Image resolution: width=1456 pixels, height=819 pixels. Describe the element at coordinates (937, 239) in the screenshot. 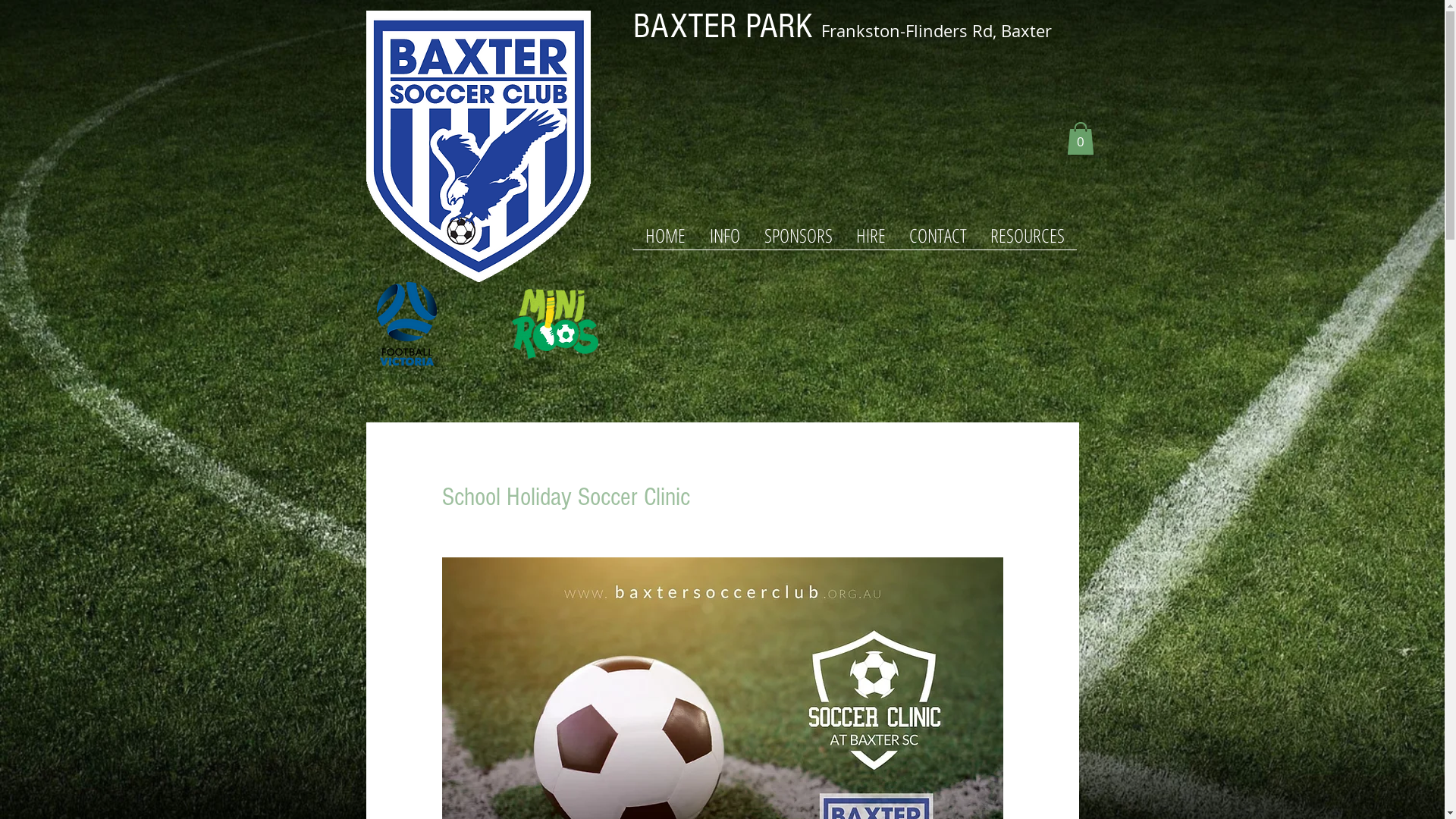

I see `'CONTACT'` at that location.